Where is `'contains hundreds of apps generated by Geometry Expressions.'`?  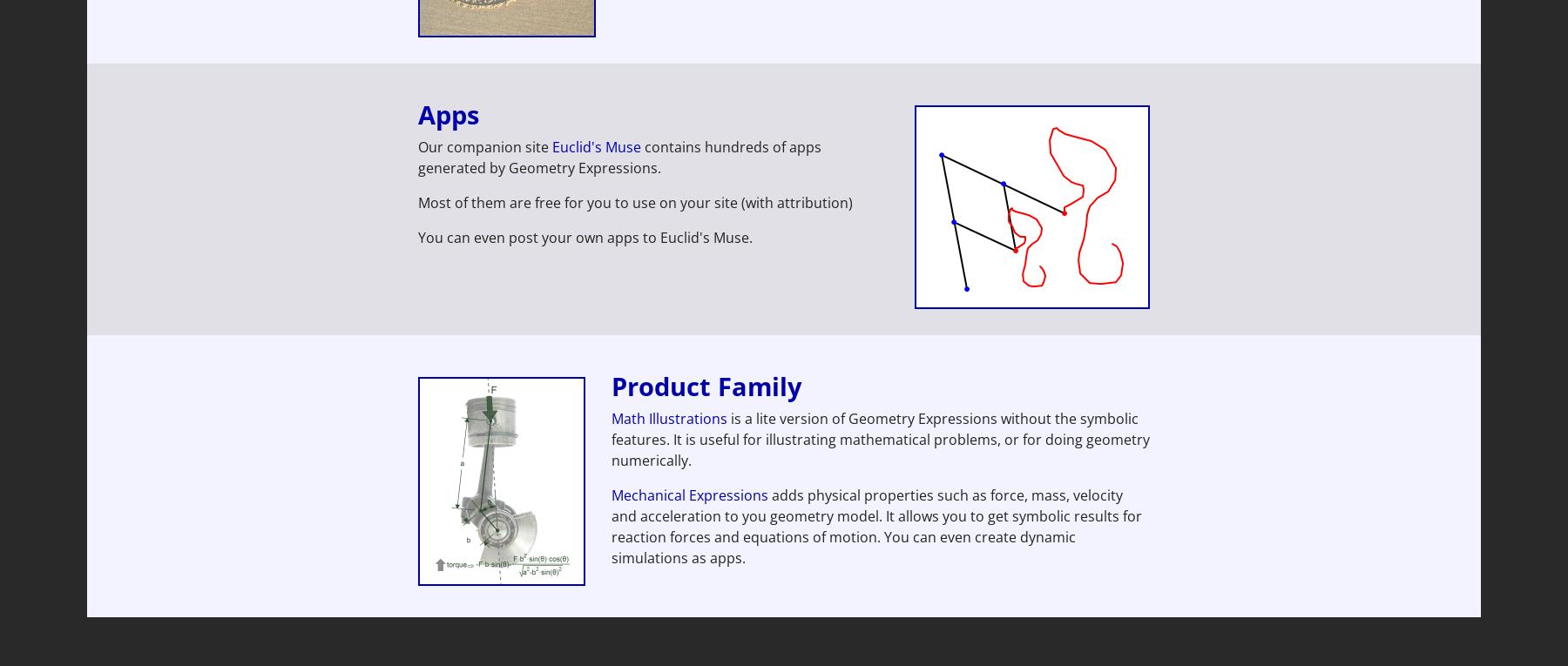
'contains hundreds of apps generated by Geometry Expressions.' is located at coordinates (417, 156).